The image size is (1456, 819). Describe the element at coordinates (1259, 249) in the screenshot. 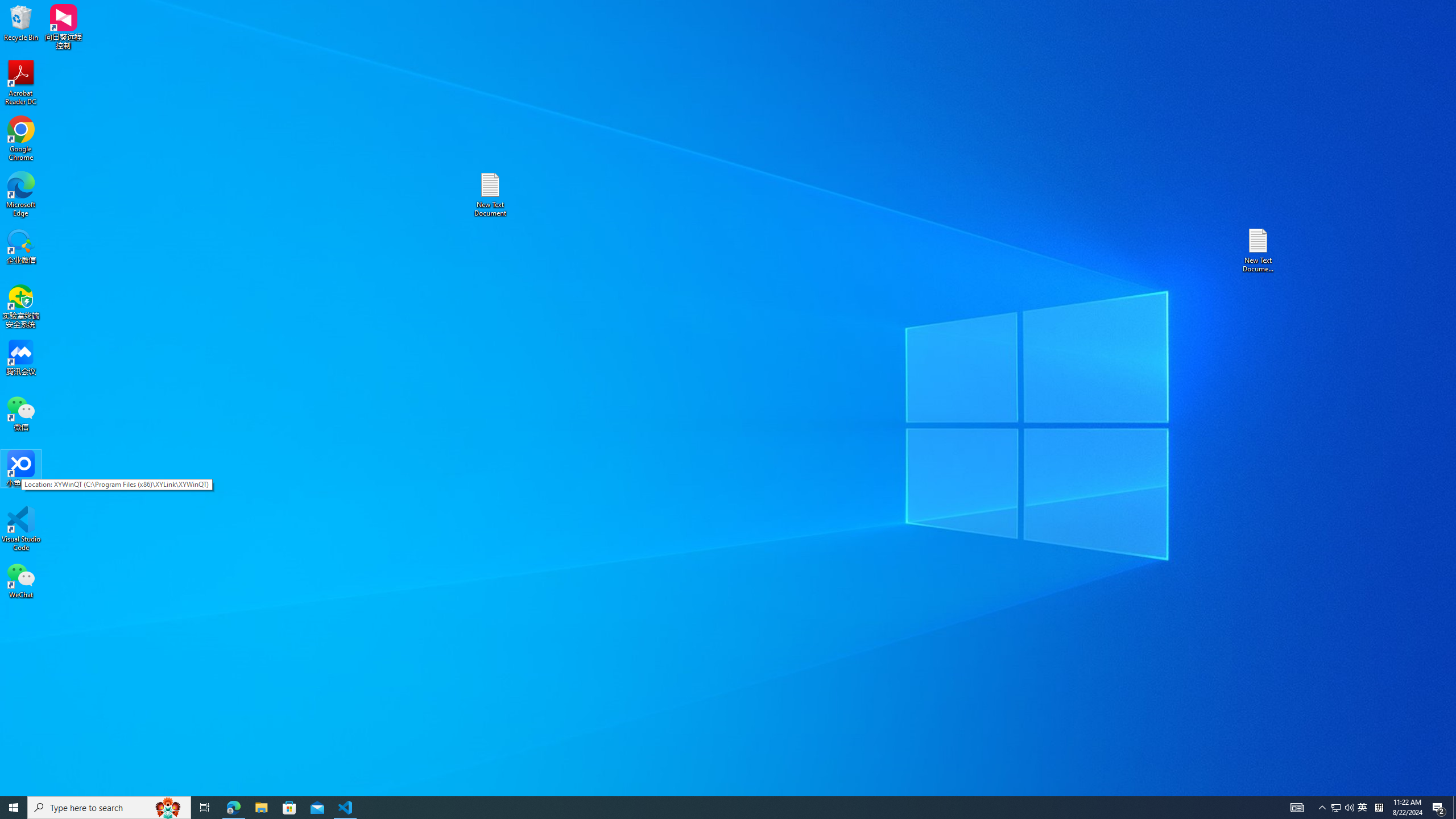

I see `'New Text Document (2)'` at that location.